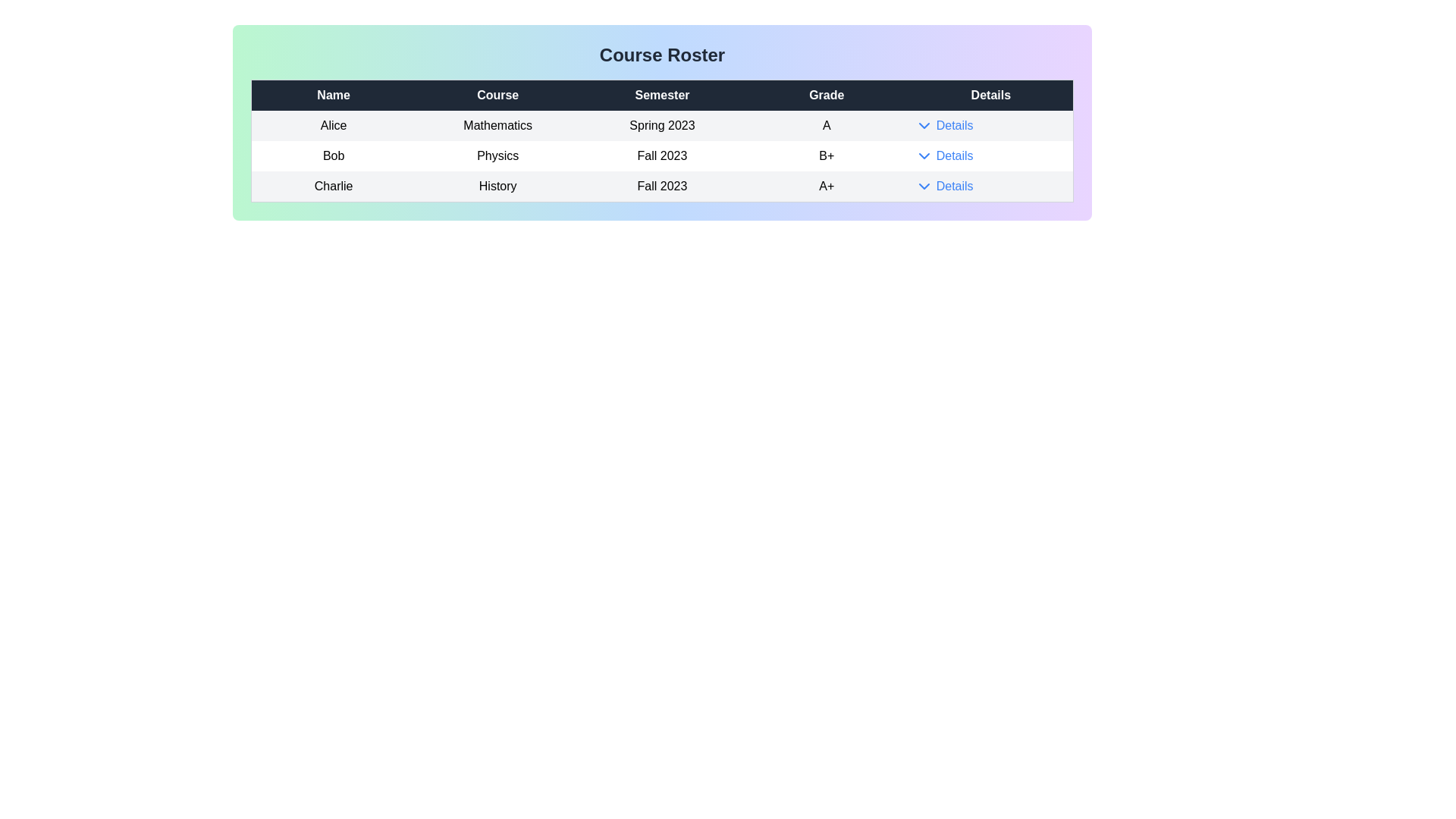 The image size is (1456, 819). I want to click on the 'Details' hyperlink in blue color, located in the last column of the second row under the 'Details' column, aligned with the 'Bob' Name entry, so click(991, 155).